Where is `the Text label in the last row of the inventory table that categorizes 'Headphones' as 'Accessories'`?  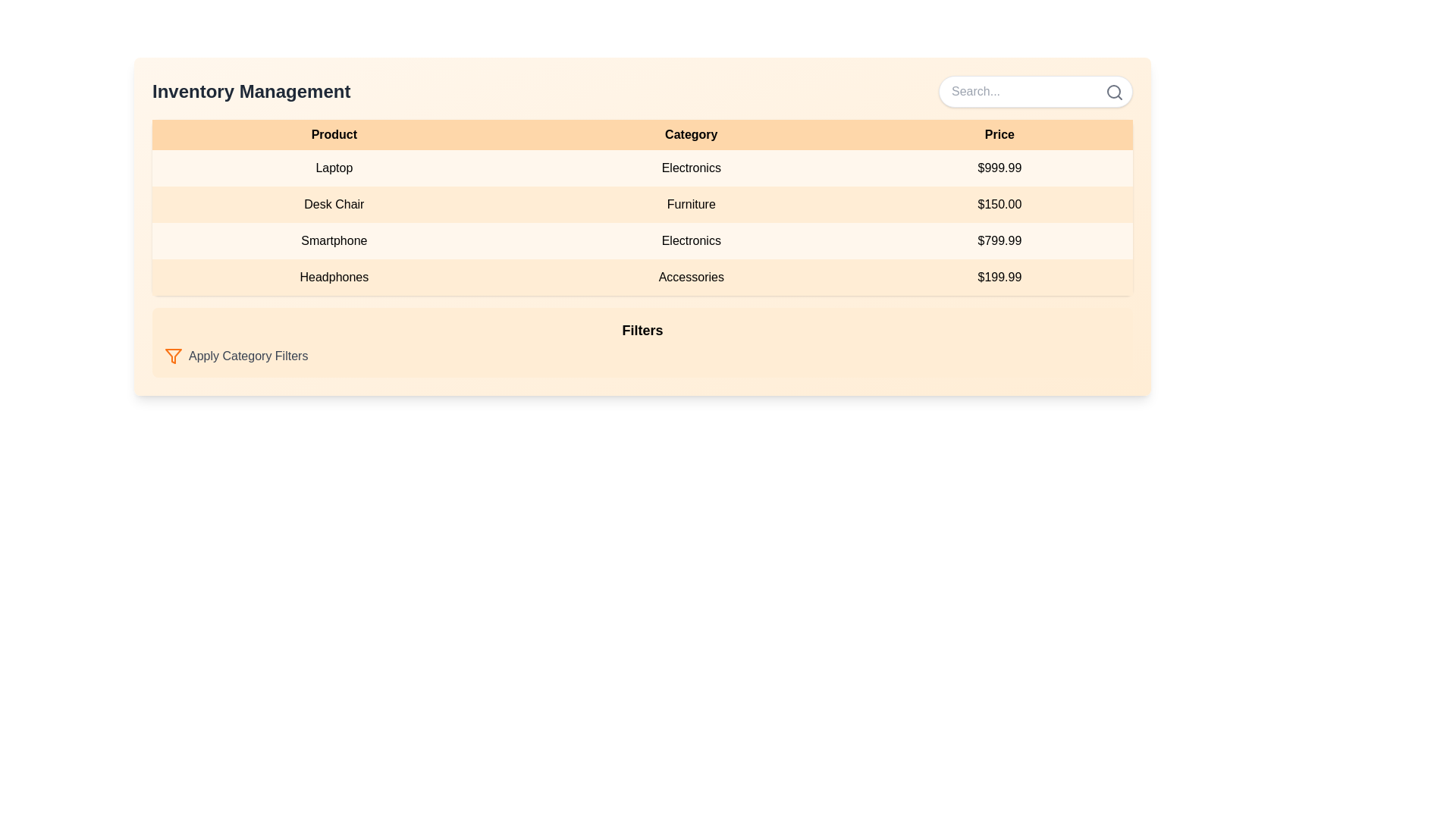 the Text label in the last row of the inventory table that categorizes 'Headphones' as 'Accessories' is located at coordinates (690, 278).